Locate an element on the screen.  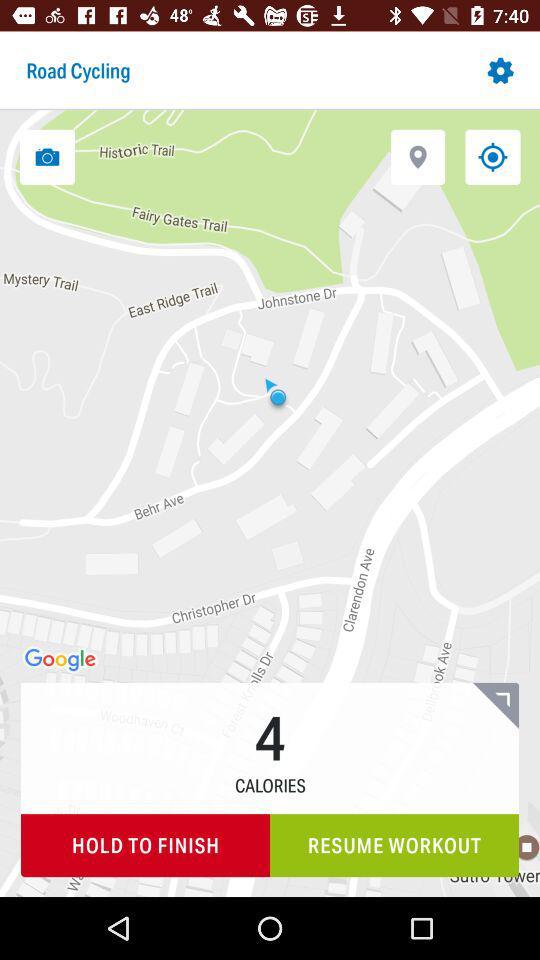
icon at the top left corner is located at coordinates (47, 156).